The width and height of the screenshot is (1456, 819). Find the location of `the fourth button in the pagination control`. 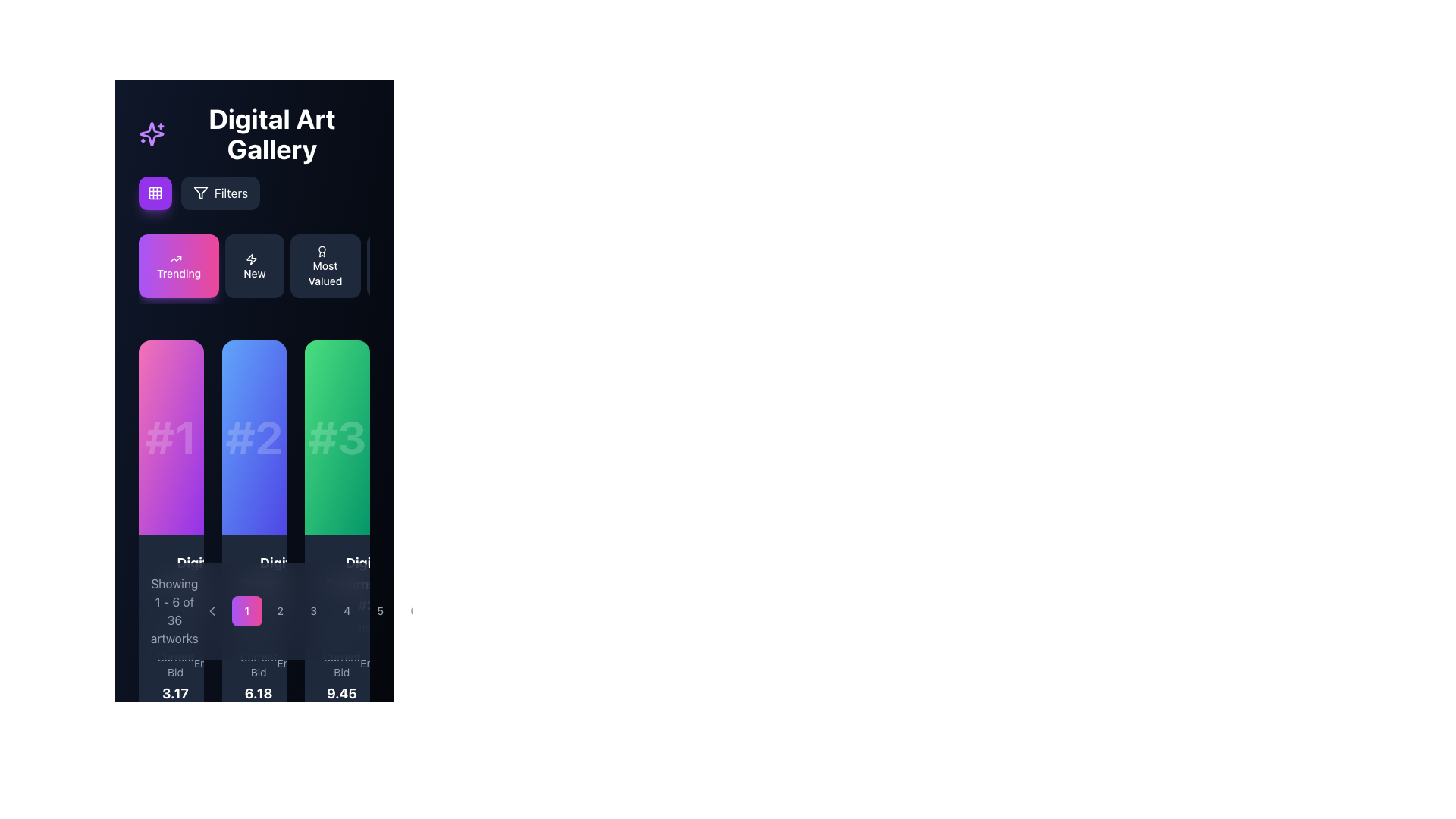

the fourth button in the pagination control is located at coordinates (329, 610).